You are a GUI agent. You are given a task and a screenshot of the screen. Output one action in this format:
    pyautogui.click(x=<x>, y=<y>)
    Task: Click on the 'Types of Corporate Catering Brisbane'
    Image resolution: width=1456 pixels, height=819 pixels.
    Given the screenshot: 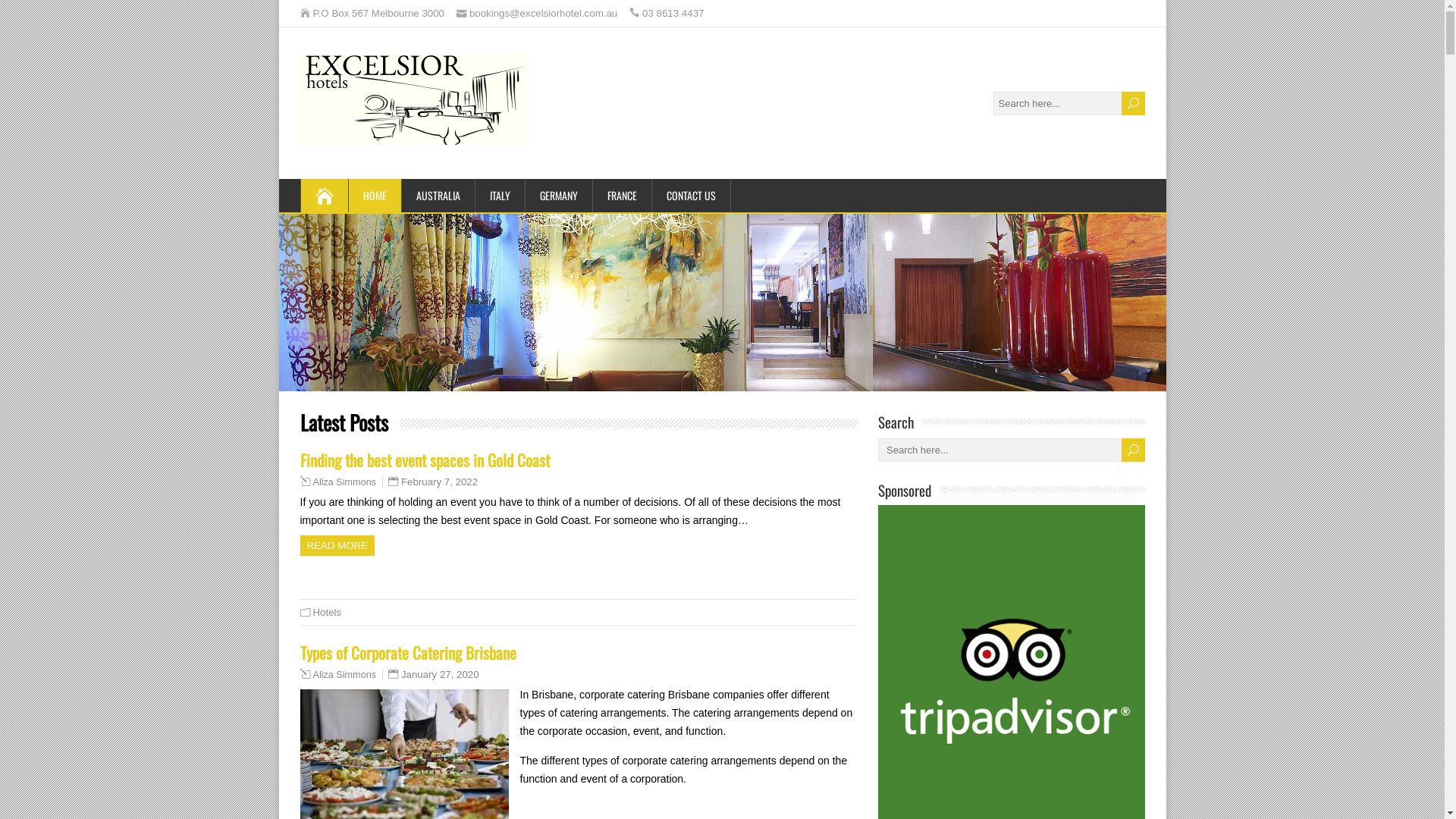 What is the action you would take?
    pyautogui.click(x=300, y=651)
    